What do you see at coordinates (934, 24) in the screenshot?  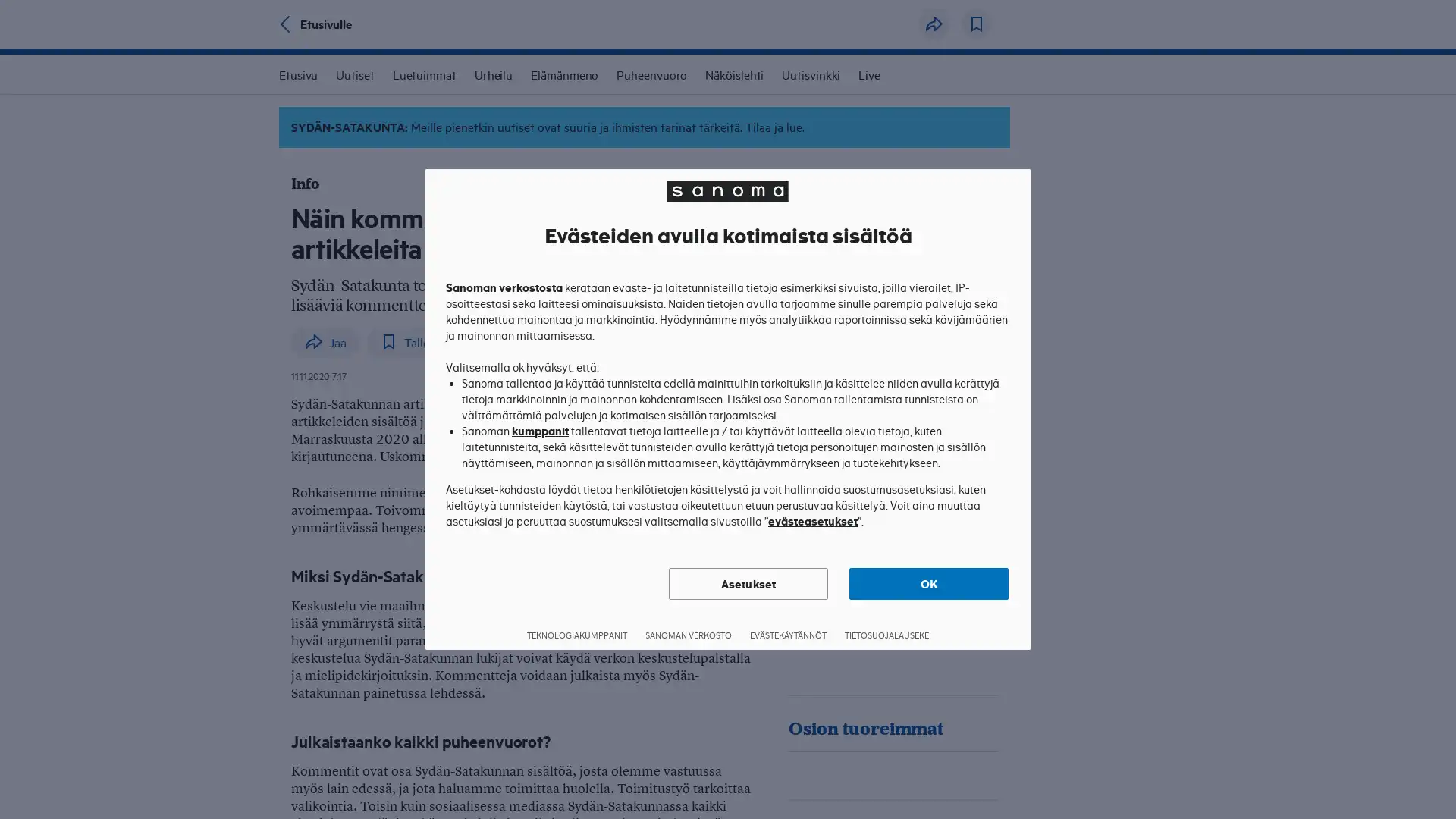 I see `Jaa` at bounding box center [934, 24].